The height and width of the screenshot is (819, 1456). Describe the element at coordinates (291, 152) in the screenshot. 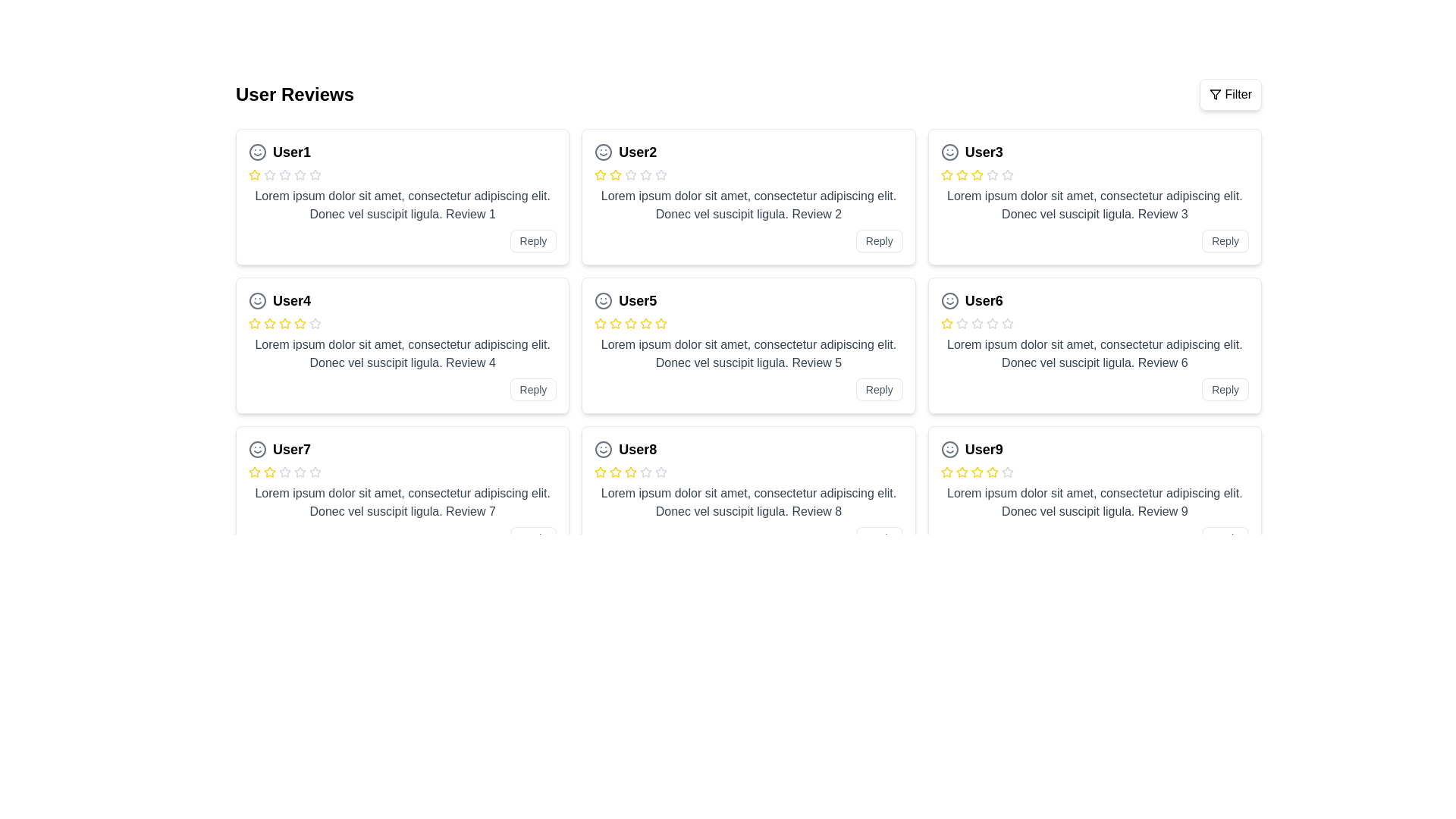

I see `the 'User1' text label, which is the first user name under the 'User Reviews' section in the top-left corner of the grid layout` at that location.